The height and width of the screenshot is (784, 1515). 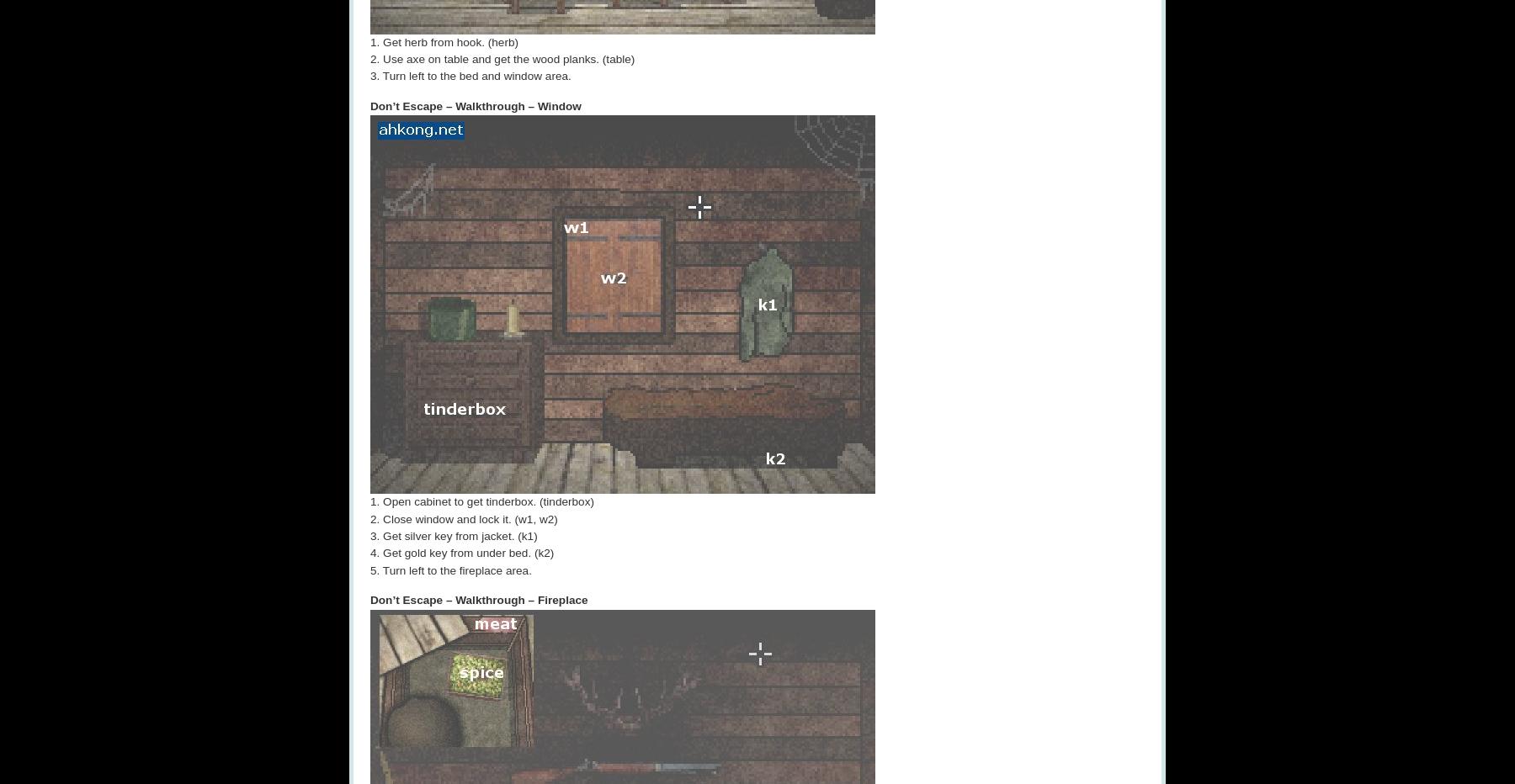 What do you see at coordinates (462, 517) in the screenshot?
I see `'2. Close window and lock it. (w1, w2)'` at bounding box center [462, 517].